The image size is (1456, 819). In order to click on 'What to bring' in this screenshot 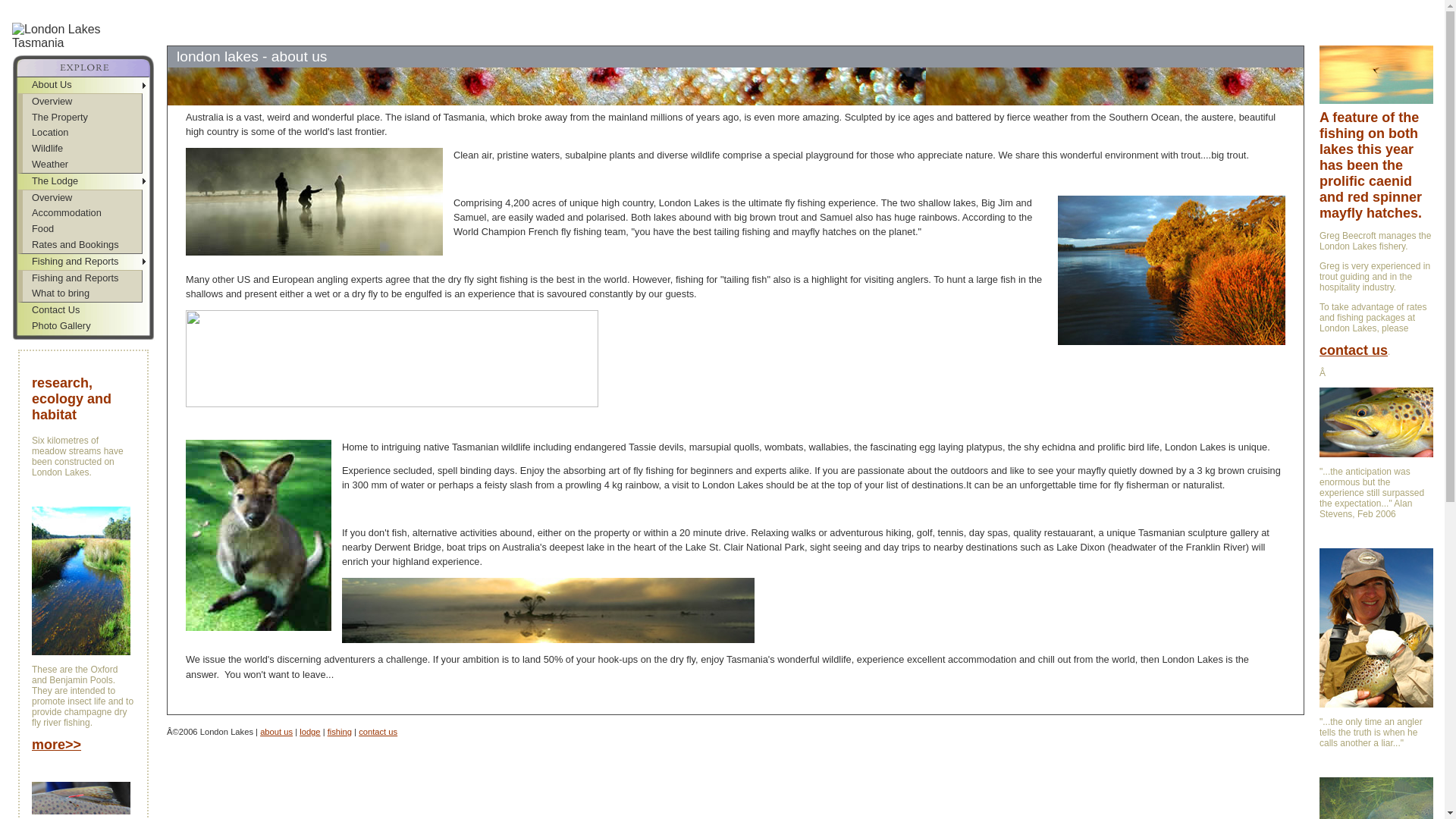, I will do `click(81, 293)`.